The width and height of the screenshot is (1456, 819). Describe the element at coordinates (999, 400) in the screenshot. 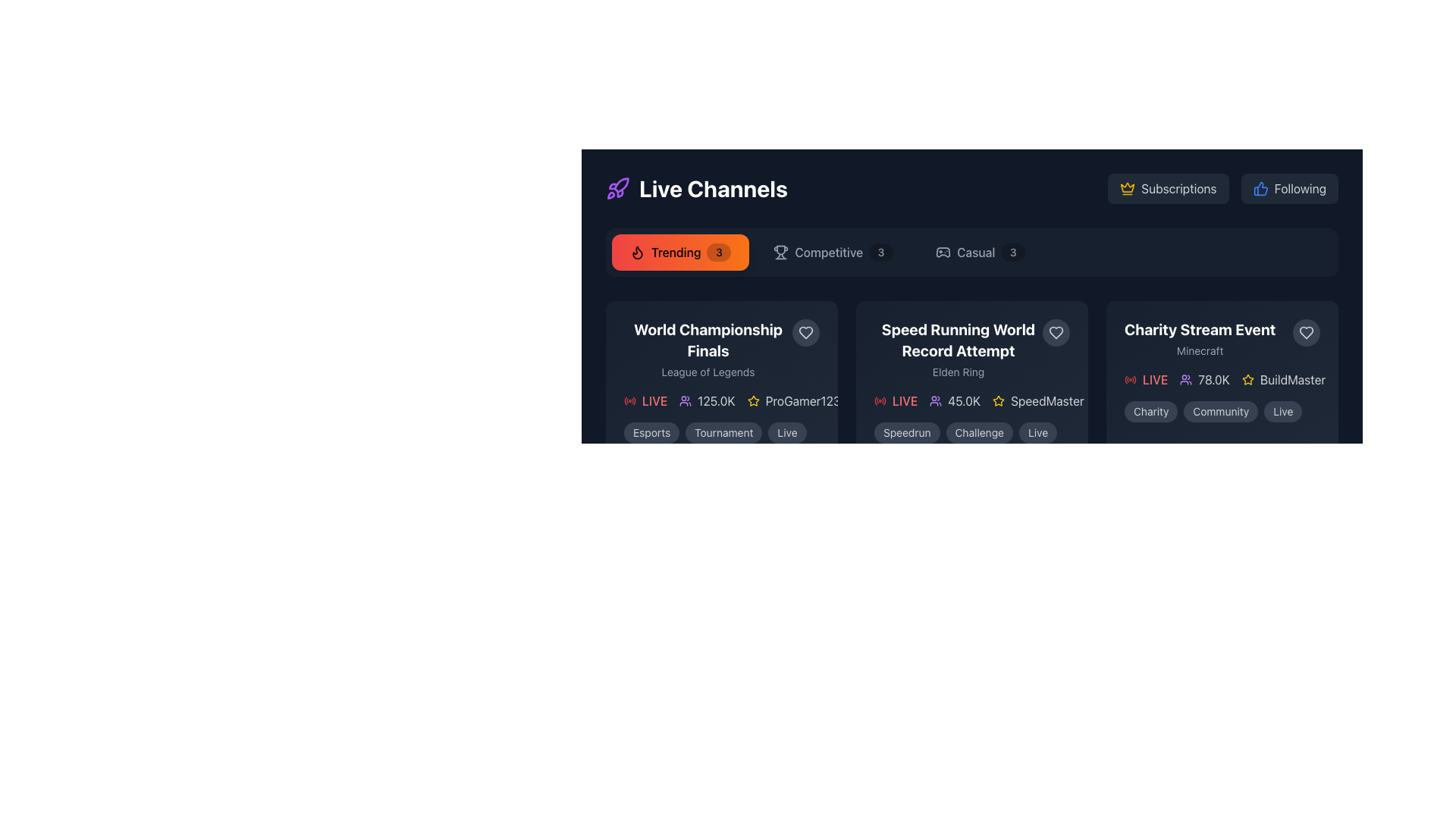

I see `the star icon located next to the channel name 'SpeedMaster' in the card for the 'Speed Running World Record Attempt' streaming event` at that location.